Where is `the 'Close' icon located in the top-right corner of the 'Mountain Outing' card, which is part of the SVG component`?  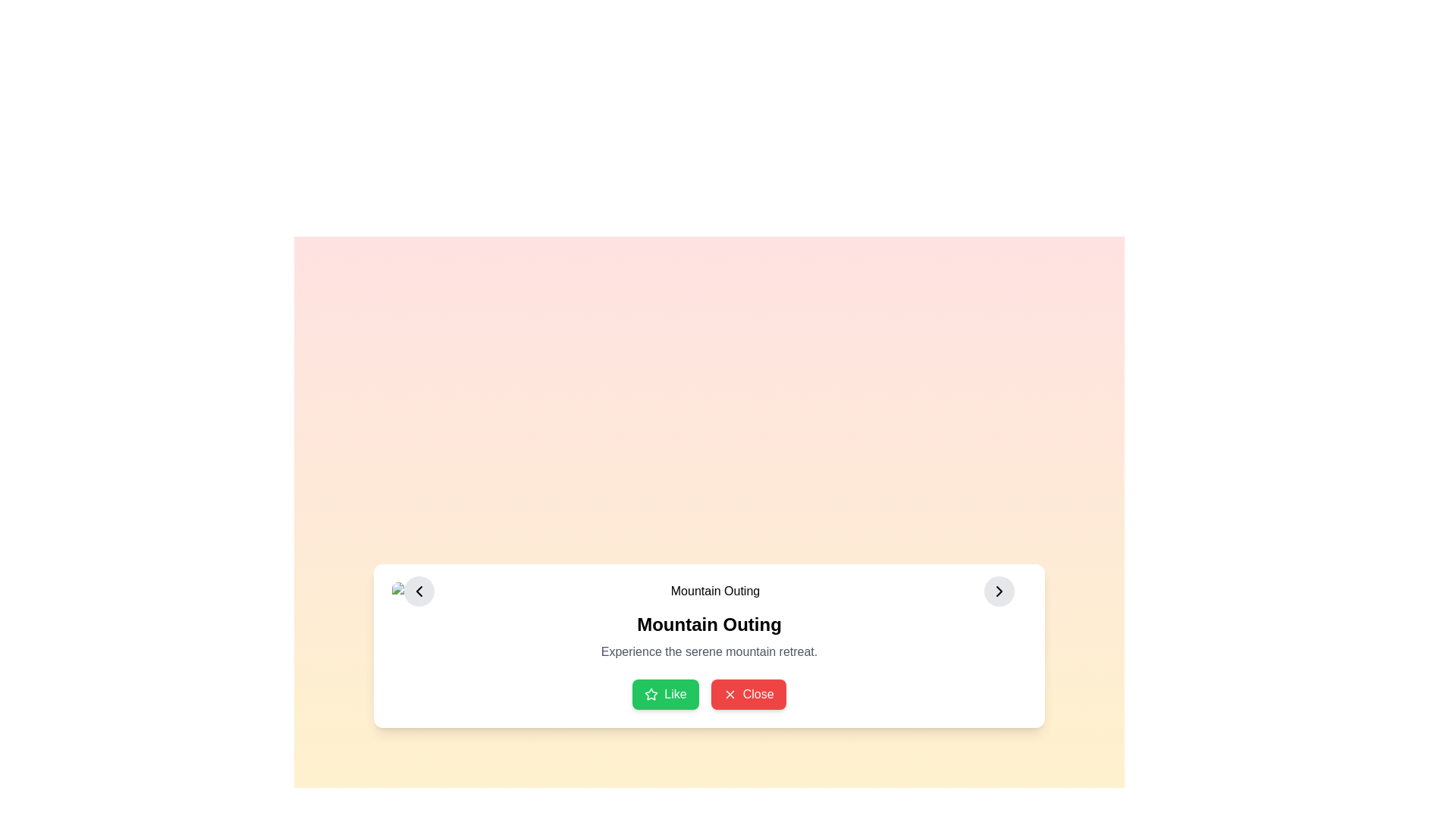
the 'Close' icon located in the top-right corner of the 'Mountain Outing' card, which is part of the SVG component is located at coordinates (730, 694).